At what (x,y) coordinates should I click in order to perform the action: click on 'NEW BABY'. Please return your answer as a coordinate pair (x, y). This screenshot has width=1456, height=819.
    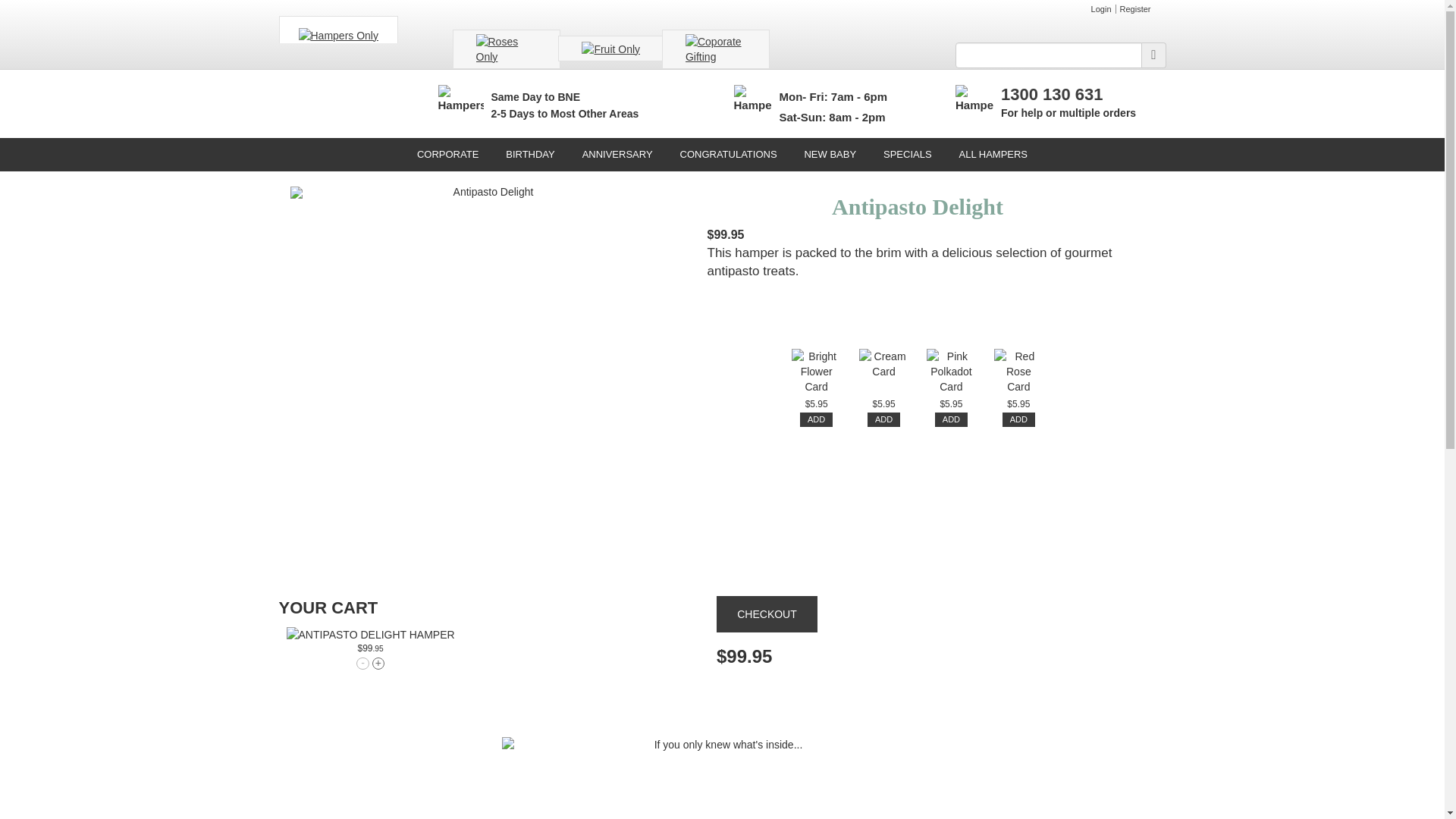
    Looking at the image, I should click on (829, 155).